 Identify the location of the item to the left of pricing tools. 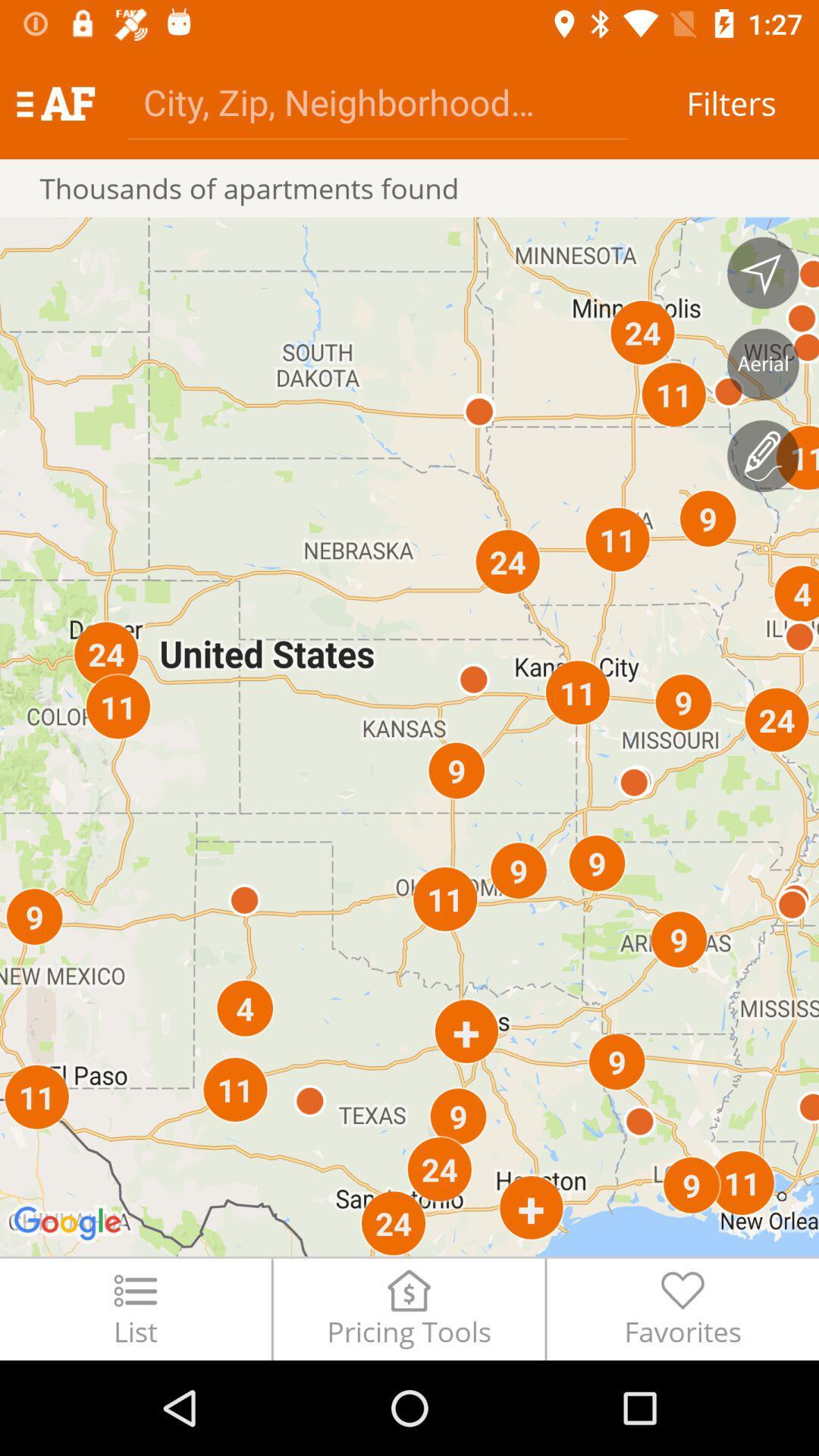
(134, 1308).